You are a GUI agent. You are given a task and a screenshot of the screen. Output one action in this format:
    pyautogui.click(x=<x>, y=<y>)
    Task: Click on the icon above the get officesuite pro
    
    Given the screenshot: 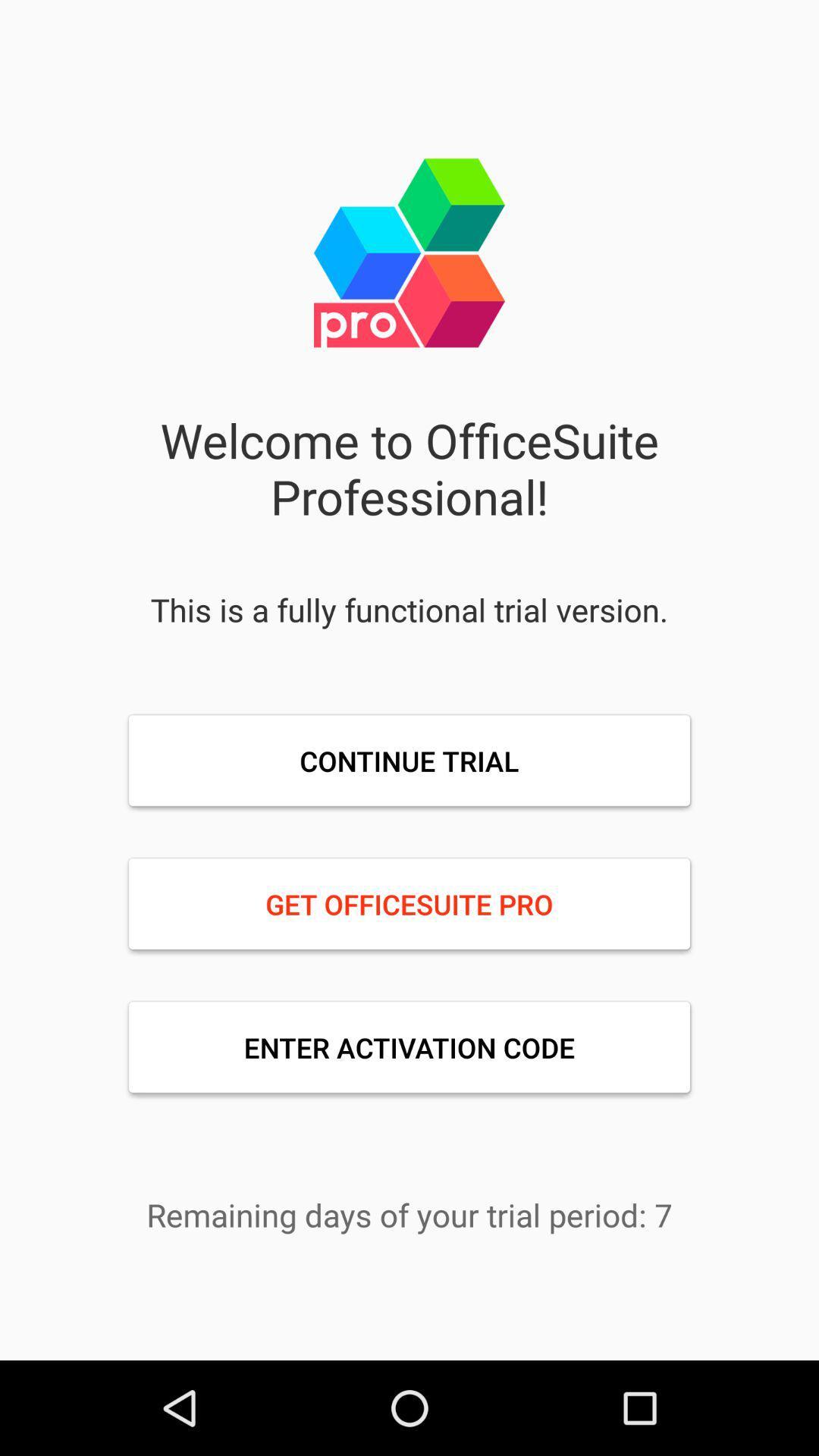 What is the action you would take?
    pyautogui.click(x=409, y=761)
    